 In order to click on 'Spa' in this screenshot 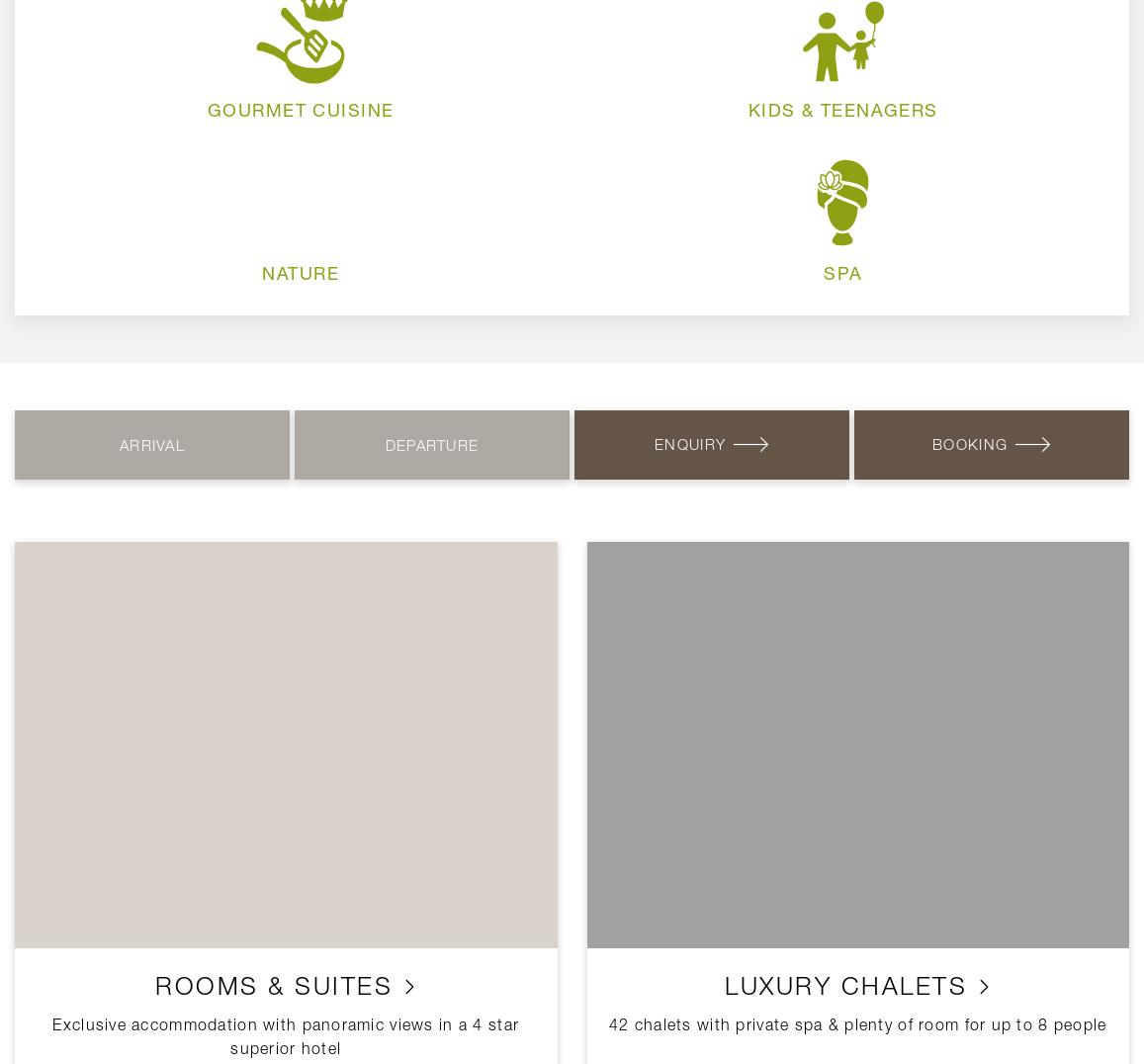, I will do `click(842, 271)`.